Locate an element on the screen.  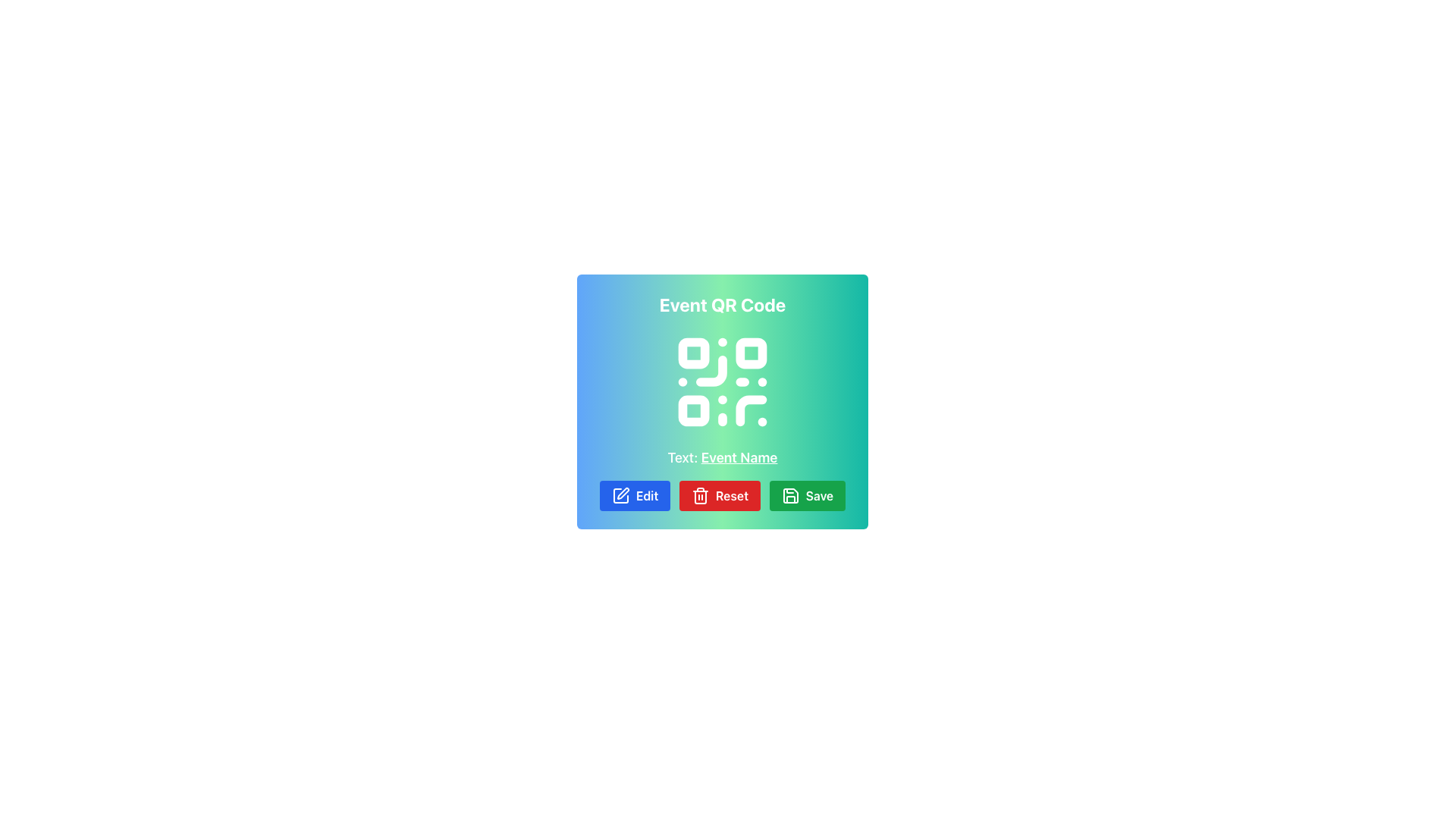
the header element displaying 'Event QR Code', which is styled in bold white font against a gradient background and is centrally aligned at the top of a card interface is located at coordinates (722, 304).